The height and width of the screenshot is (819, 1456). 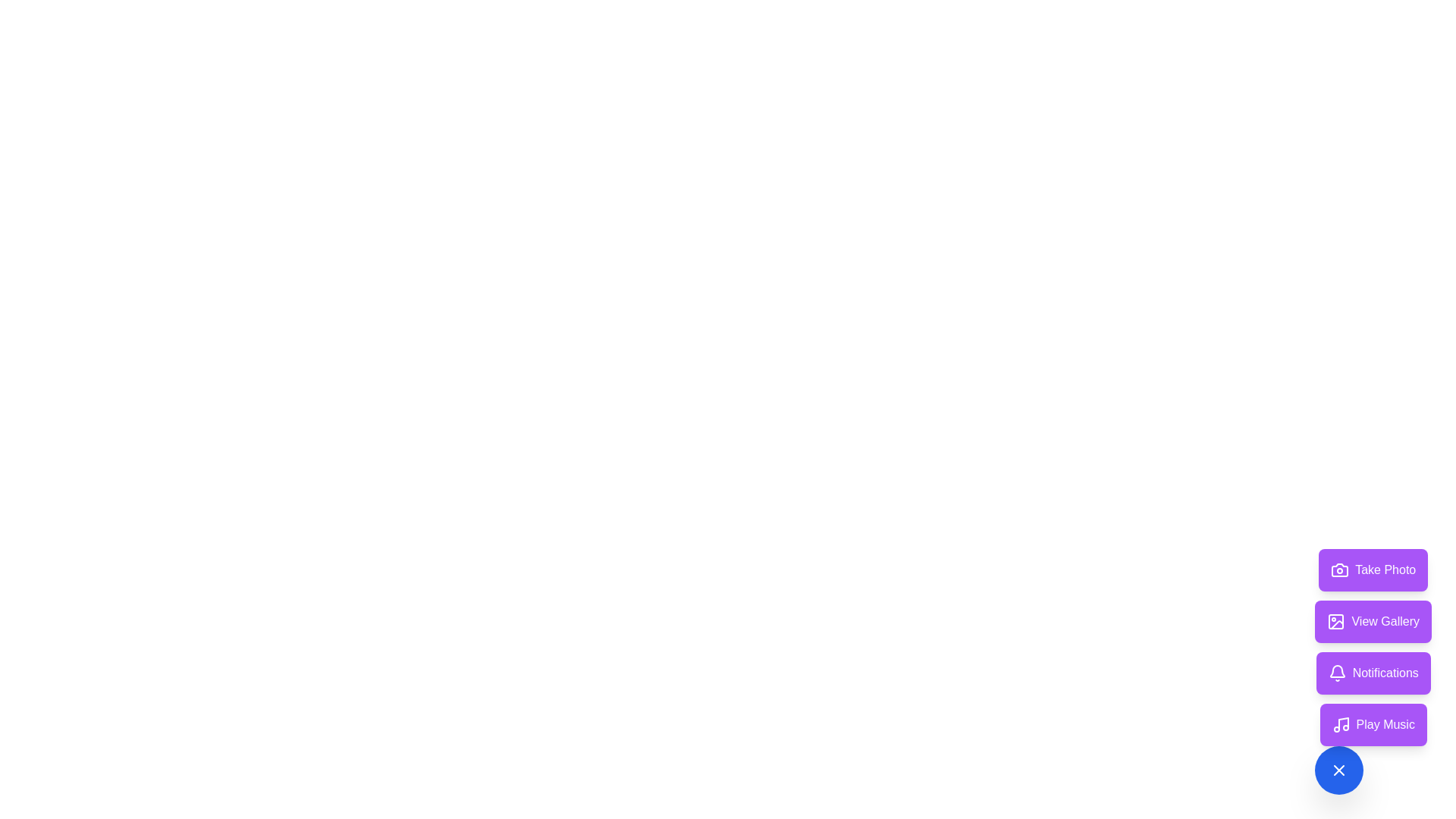 What do you see at coordinates (1385, 622) in the screenshot?
I see `the 'View Gallery' button, which is the second button in a vertical list of four, styled with white text on a purple background` at bounding box center [1385, 622].